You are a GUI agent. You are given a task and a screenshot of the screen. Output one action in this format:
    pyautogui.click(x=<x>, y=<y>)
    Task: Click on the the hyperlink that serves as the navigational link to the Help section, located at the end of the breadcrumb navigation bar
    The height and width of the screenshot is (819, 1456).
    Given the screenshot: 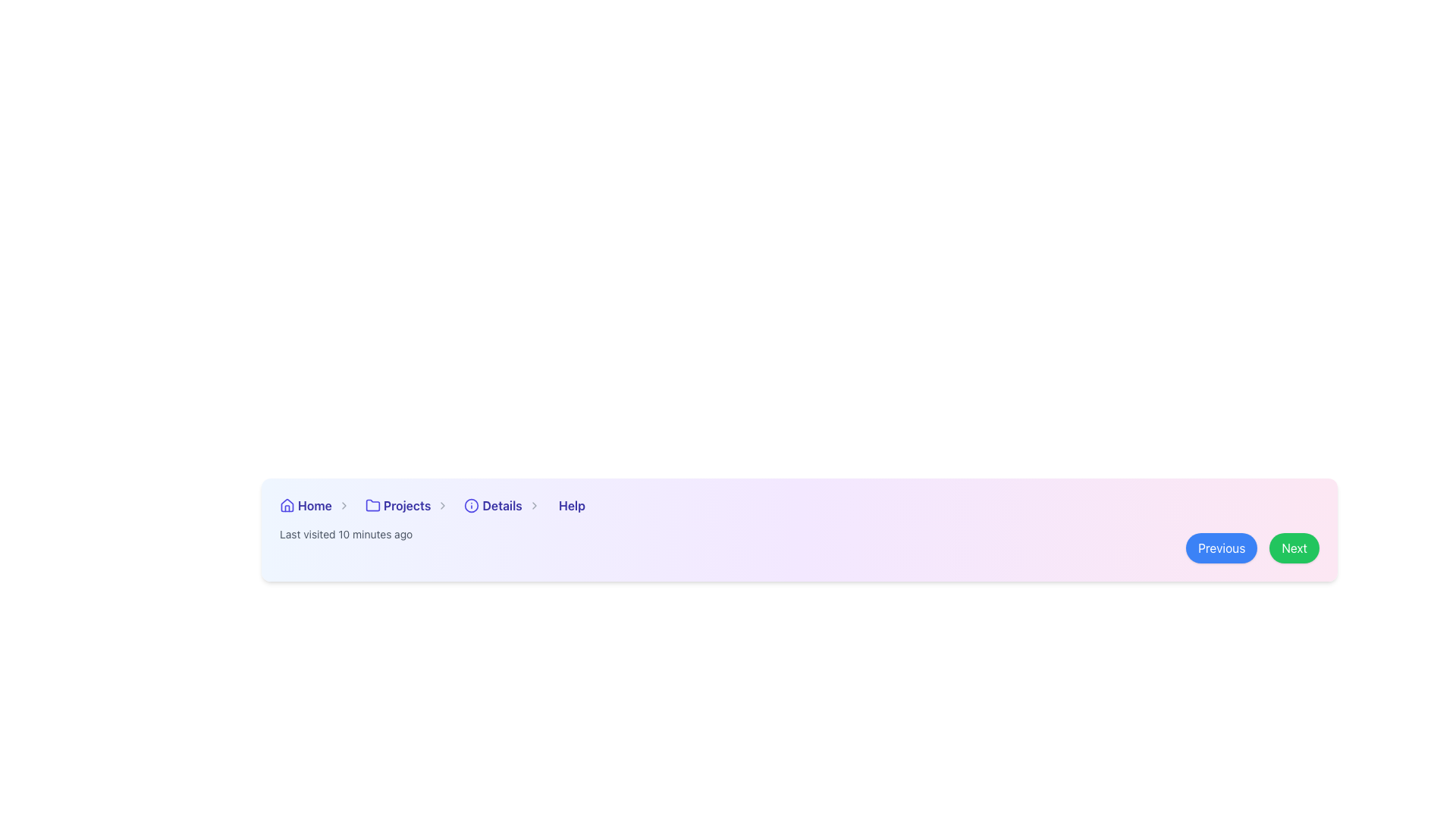 What is the action you would take?
    pyautogui.click(x=570, y=506)
    